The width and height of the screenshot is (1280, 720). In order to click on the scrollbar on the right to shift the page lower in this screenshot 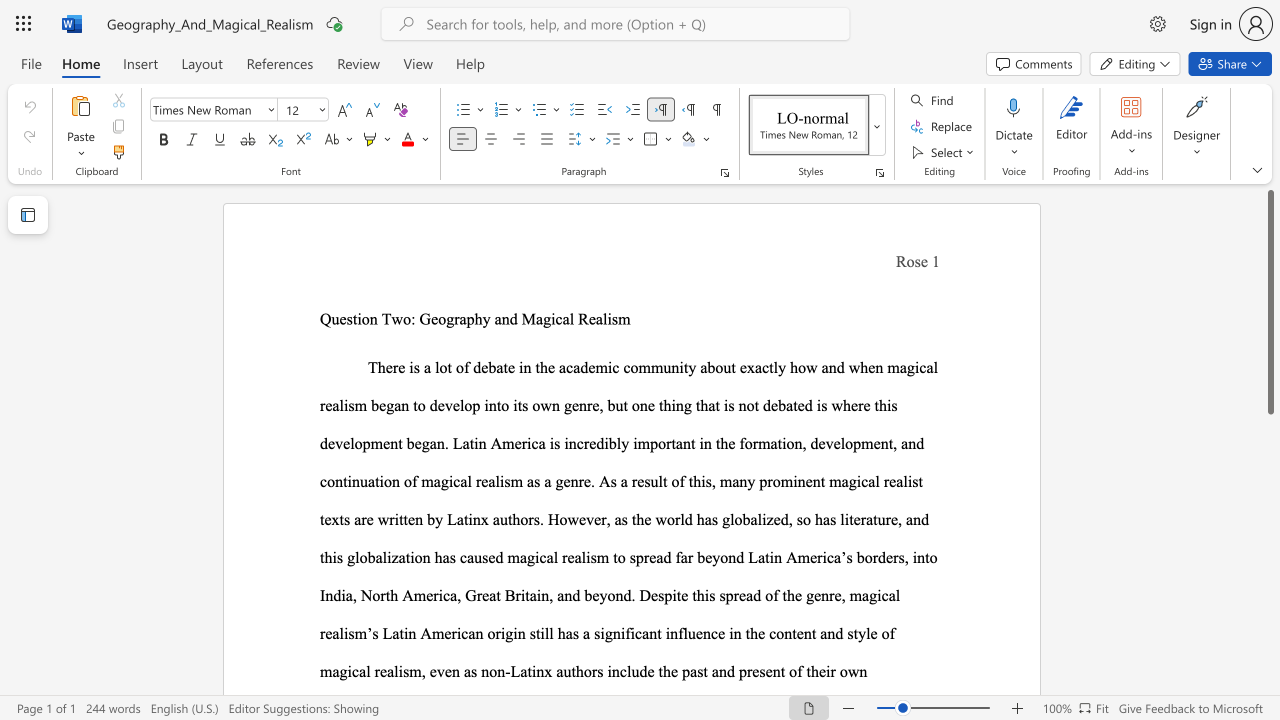, I will do `click(1269, 570)`.